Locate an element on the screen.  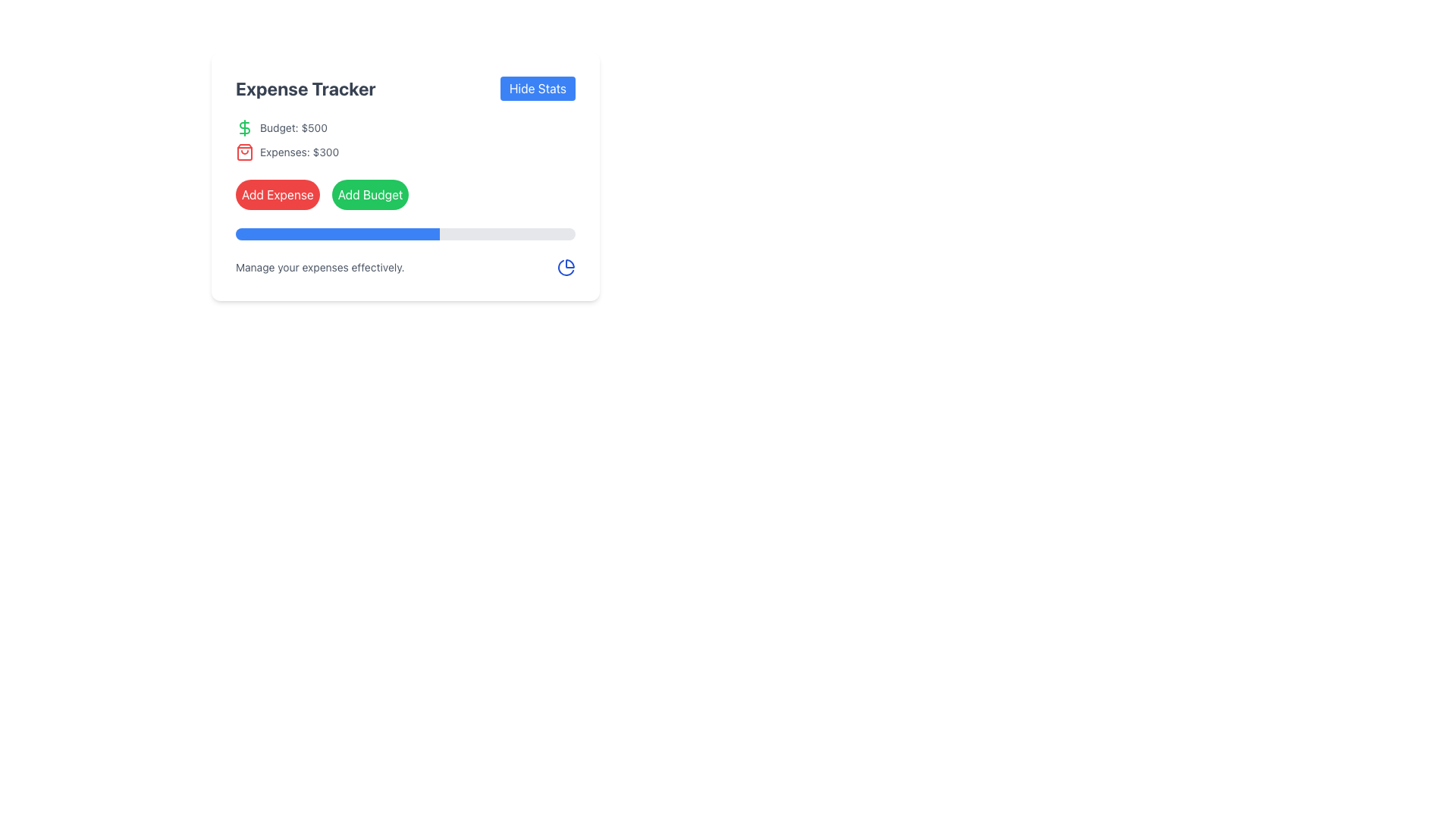
the red, rounded 'Add Expense' button to initiate the expense addition process is located at coordinates (278, 194).